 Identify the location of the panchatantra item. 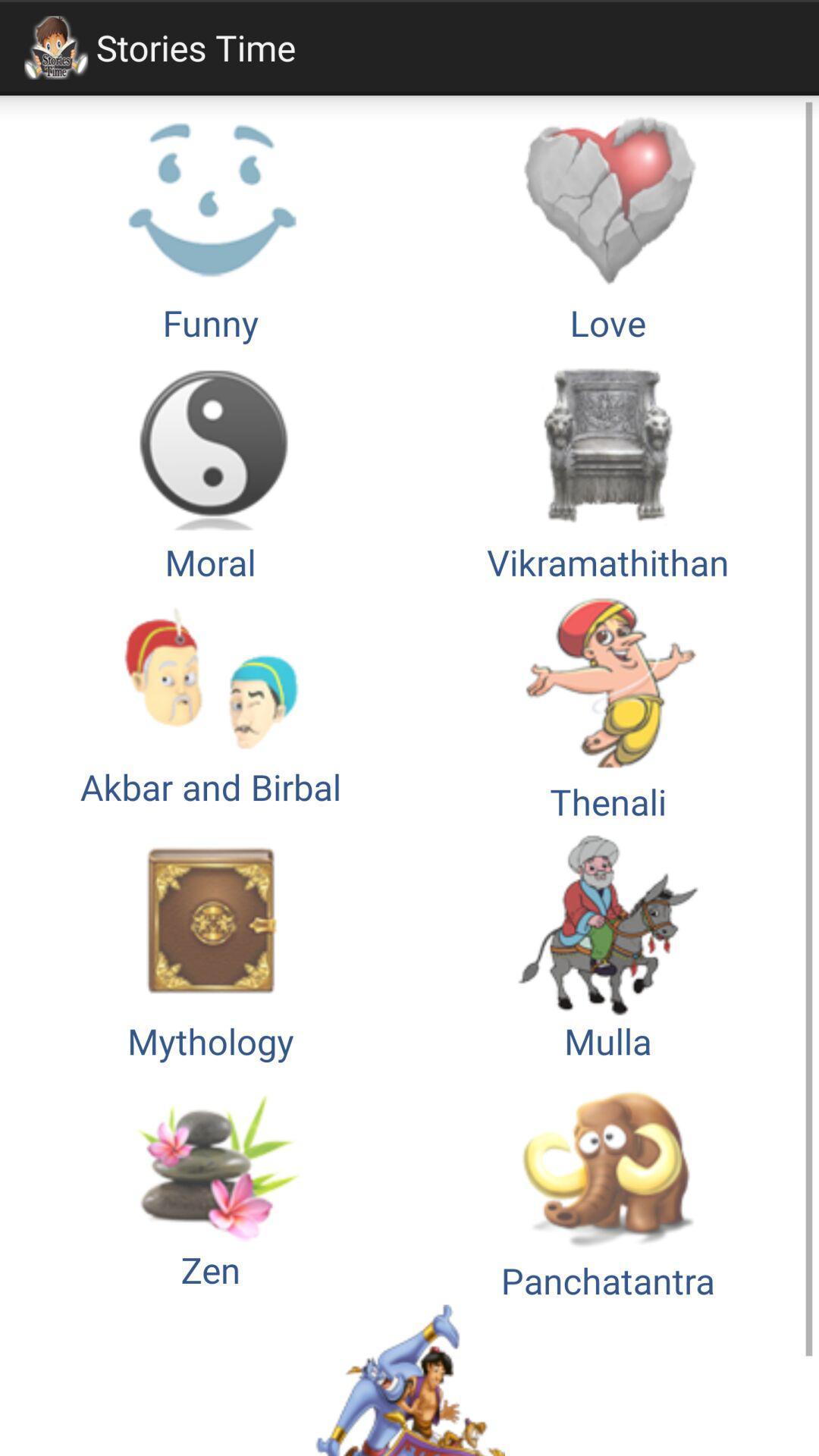
(607, 1184).